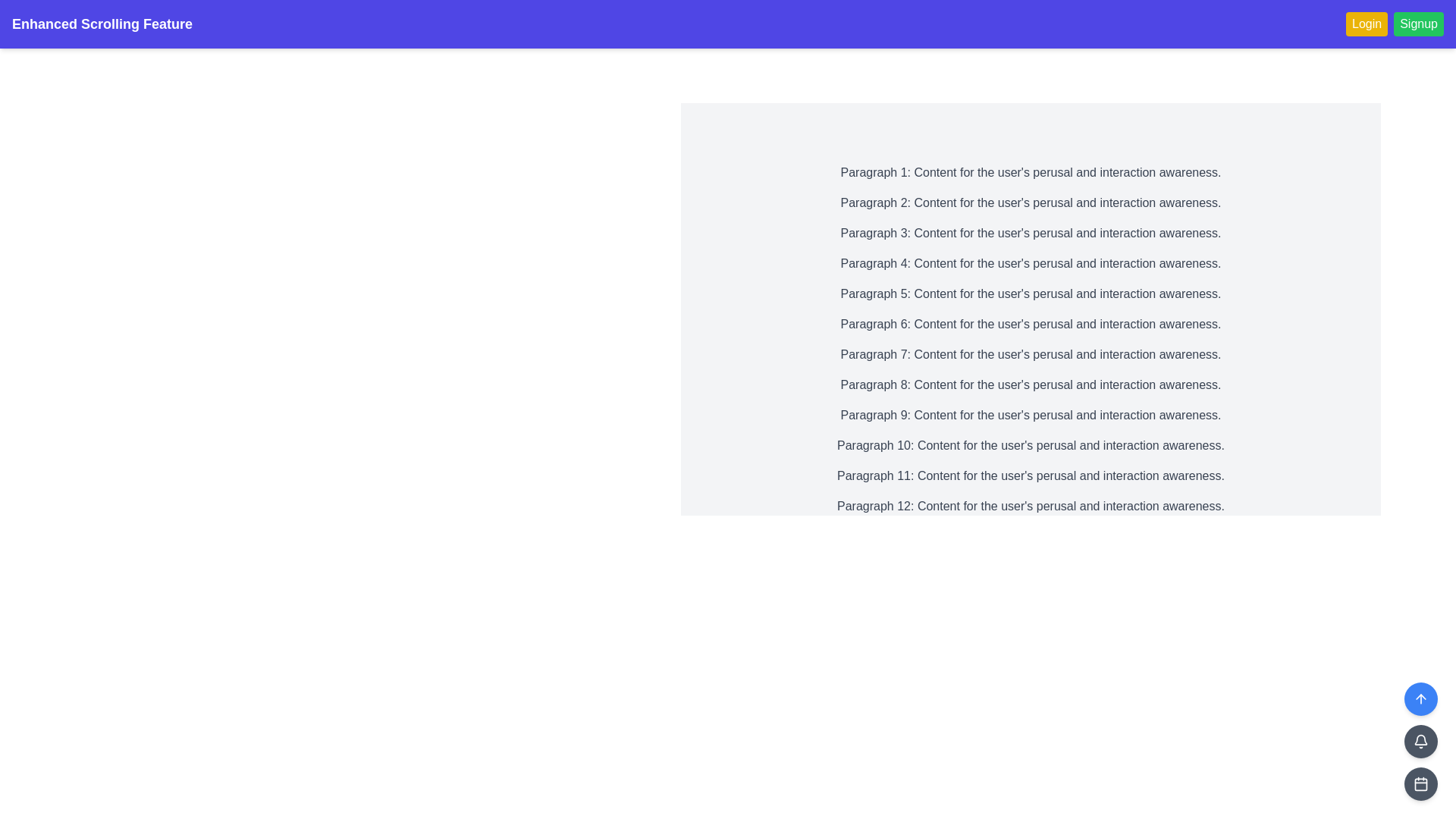 This screenshot has width=1456, height=819. Describe the element at coordinates (1031, 202) in the screenshot. I see `the static text element displaying 'Paragraph 2: Content for the user's perusal and interaction awareness.' which is the second item in the vertically stacked list of paragraphs` at that location.